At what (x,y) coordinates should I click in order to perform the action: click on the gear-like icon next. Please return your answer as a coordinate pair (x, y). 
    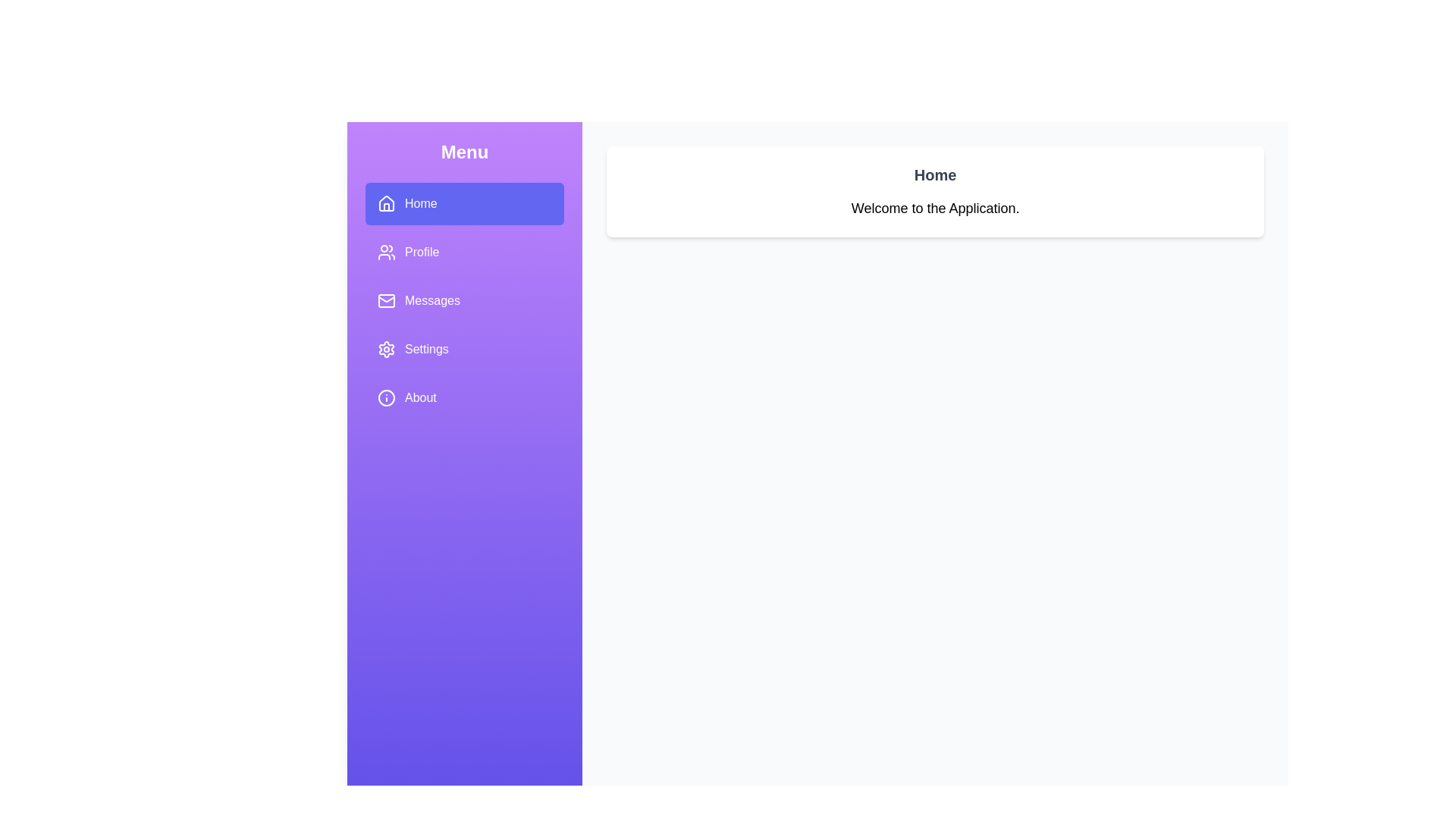
    Looking at the image, I should click on (386, 350).